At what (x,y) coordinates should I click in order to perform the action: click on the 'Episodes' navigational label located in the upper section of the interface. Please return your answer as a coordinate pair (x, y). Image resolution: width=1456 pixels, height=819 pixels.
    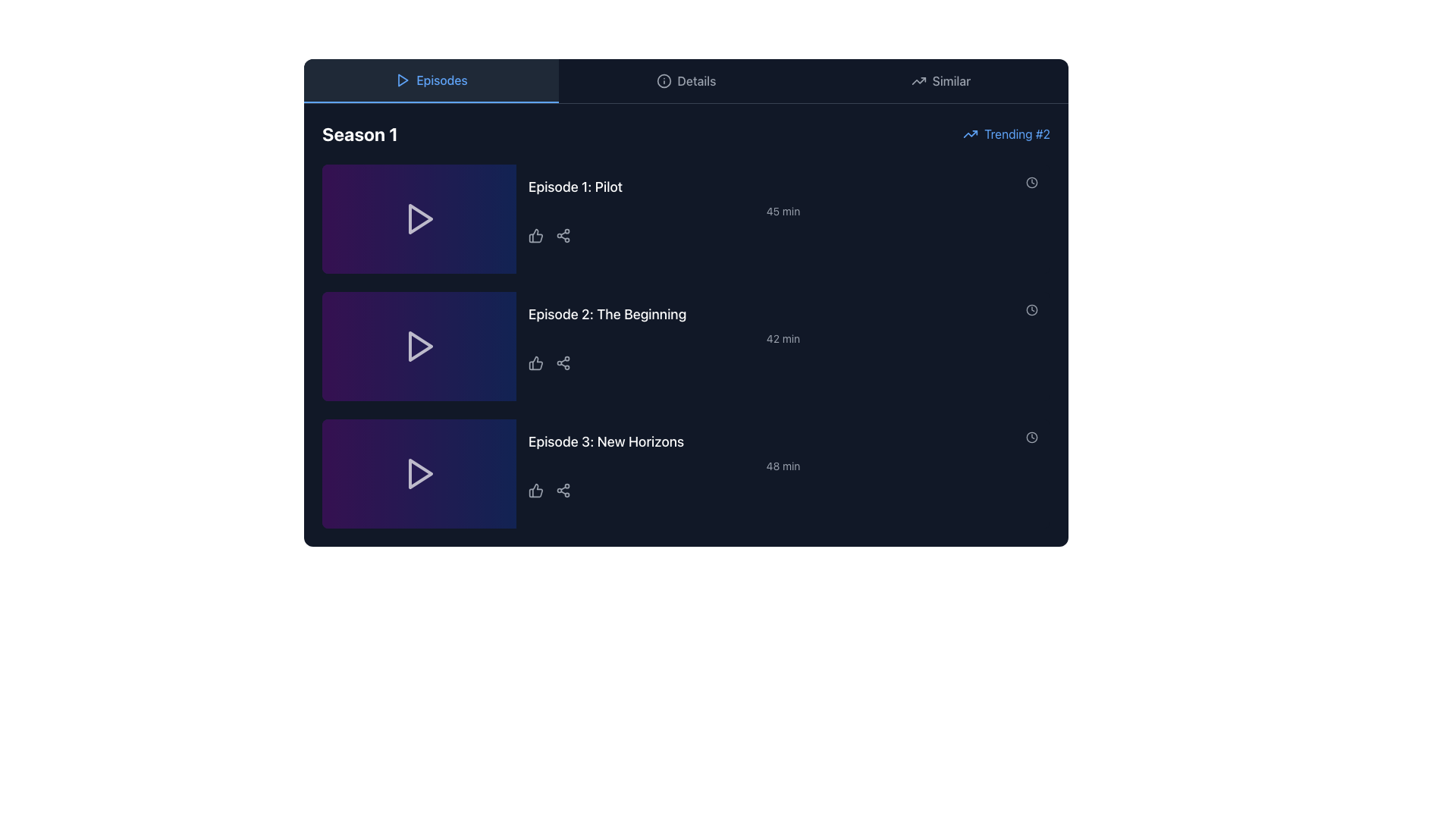
    Looking at the image, I should click on (441, 80).